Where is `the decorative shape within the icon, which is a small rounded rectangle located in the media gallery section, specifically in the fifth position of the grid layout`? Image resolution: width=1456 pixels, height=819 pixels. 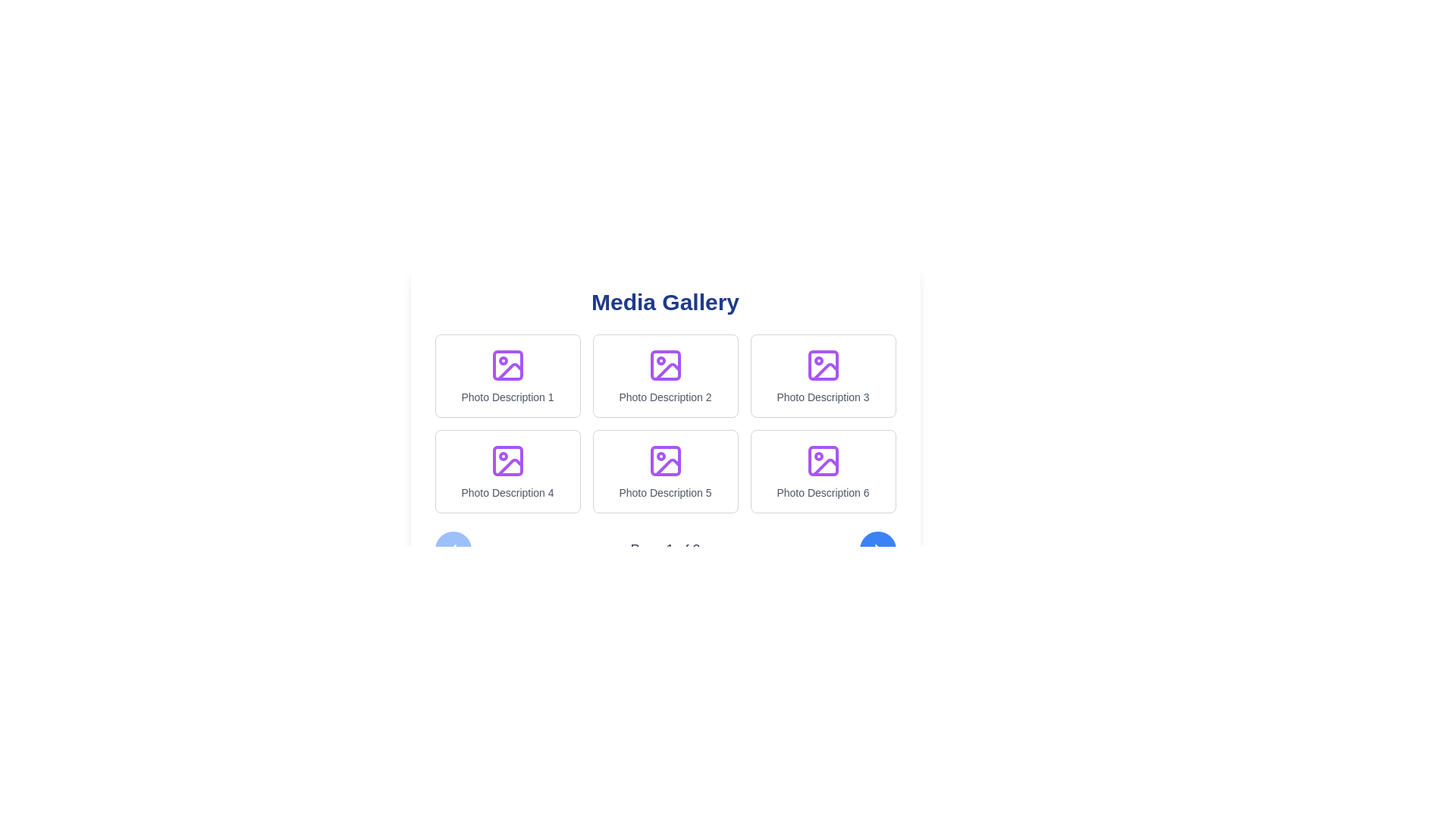
the decorative shape within the icon, which is a small rounded rectangle located in the media gallery section, specifically in the fifth position of the grid layout is located at coordinates (665, 460).